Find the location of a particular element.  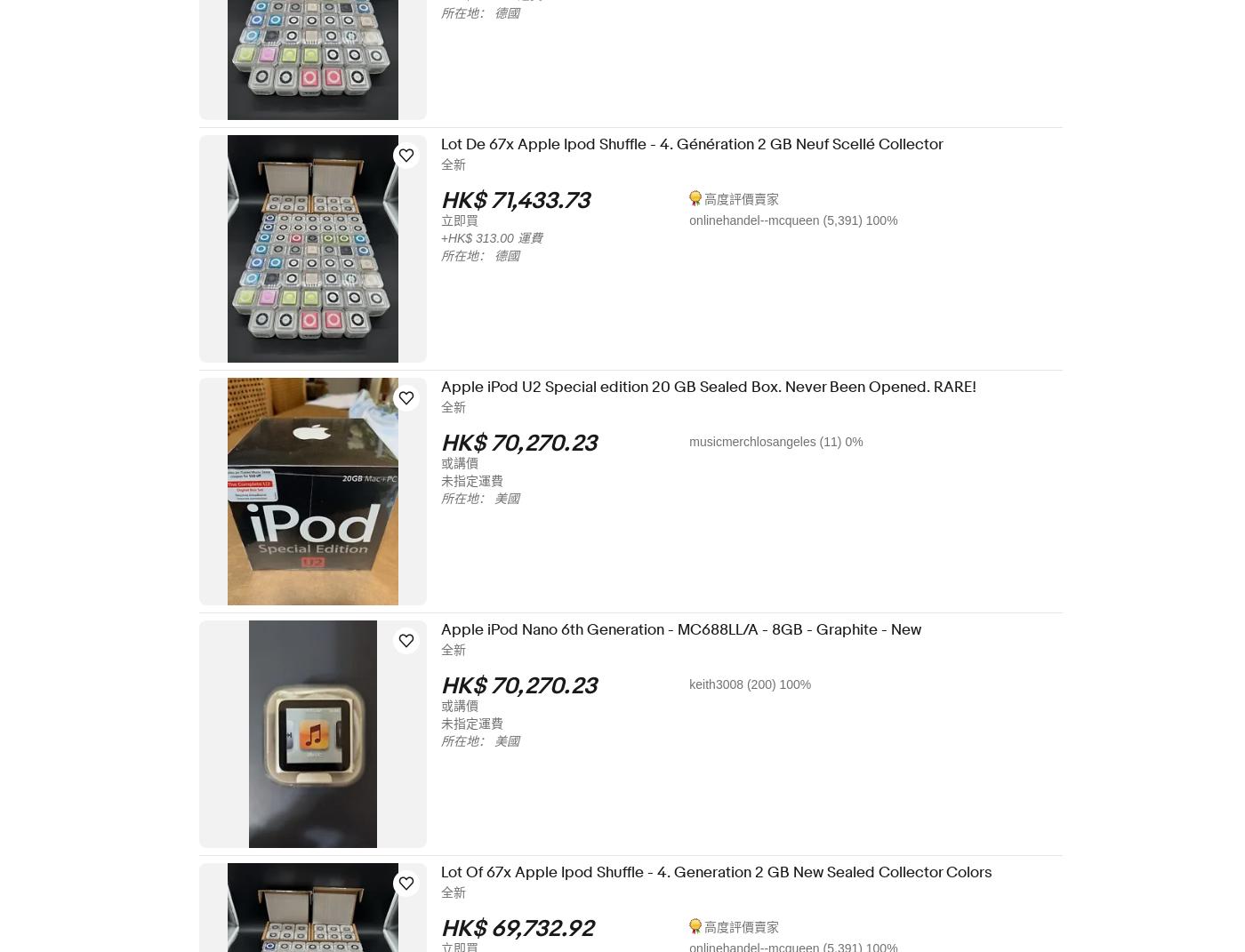

'Apple iPod Nano 6th Generation - MC688LL/A - 8GB - Graphite - New' is located at coordinates (452, 629).